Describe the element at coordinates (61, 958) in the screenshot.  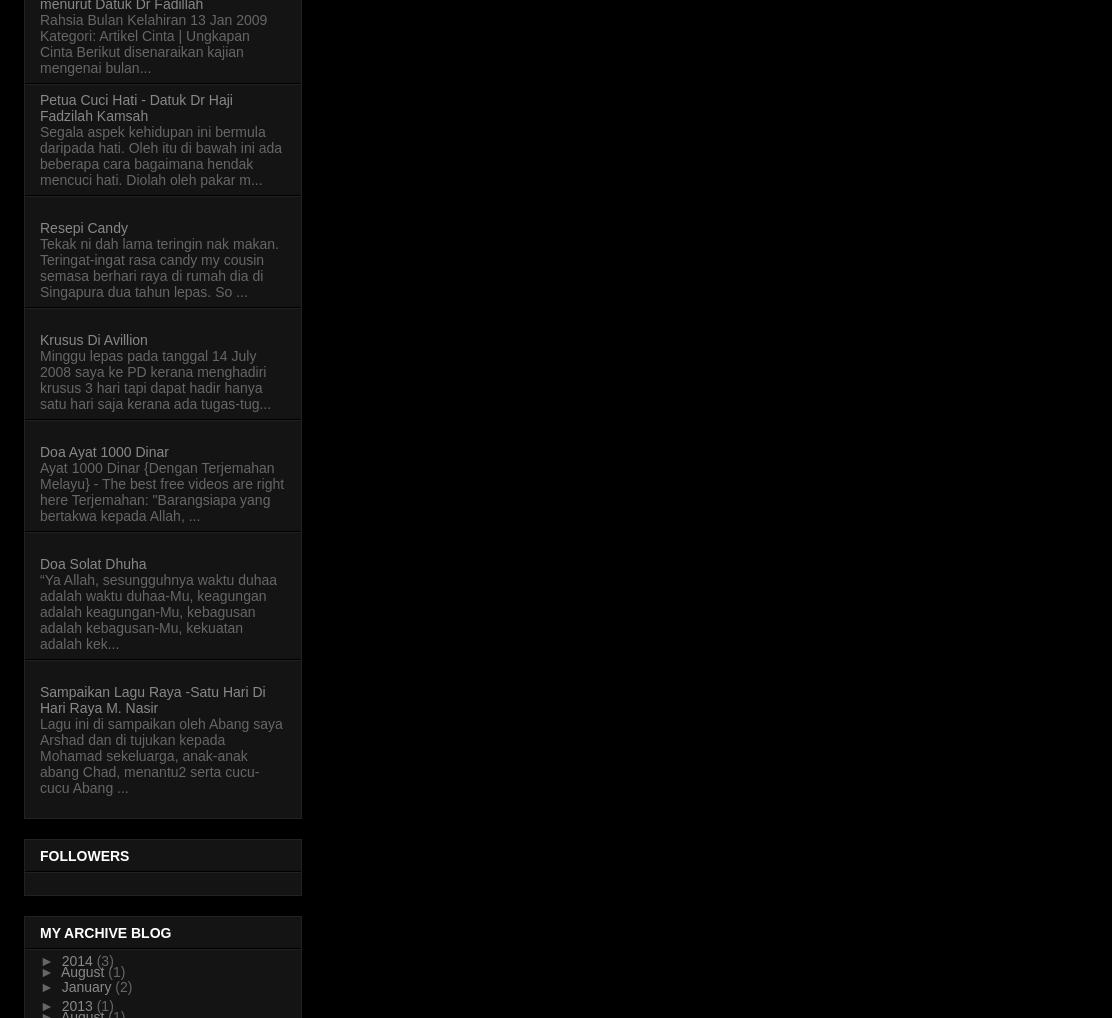
I see `'2014'` at that location.